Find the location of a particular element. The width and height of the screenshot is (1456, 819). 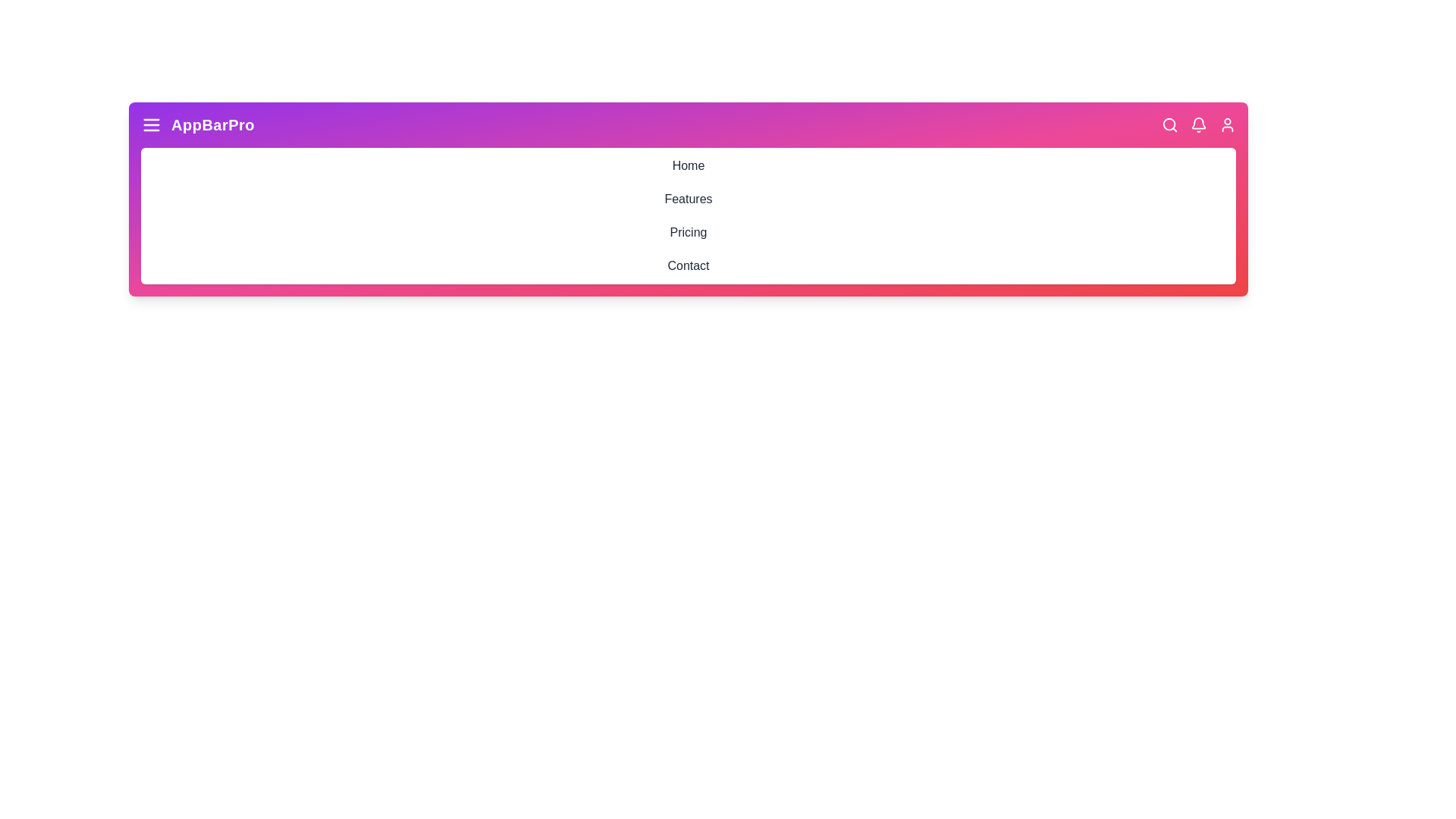

the user profile icon to open the user menu is located at coordinates (1227, 124).